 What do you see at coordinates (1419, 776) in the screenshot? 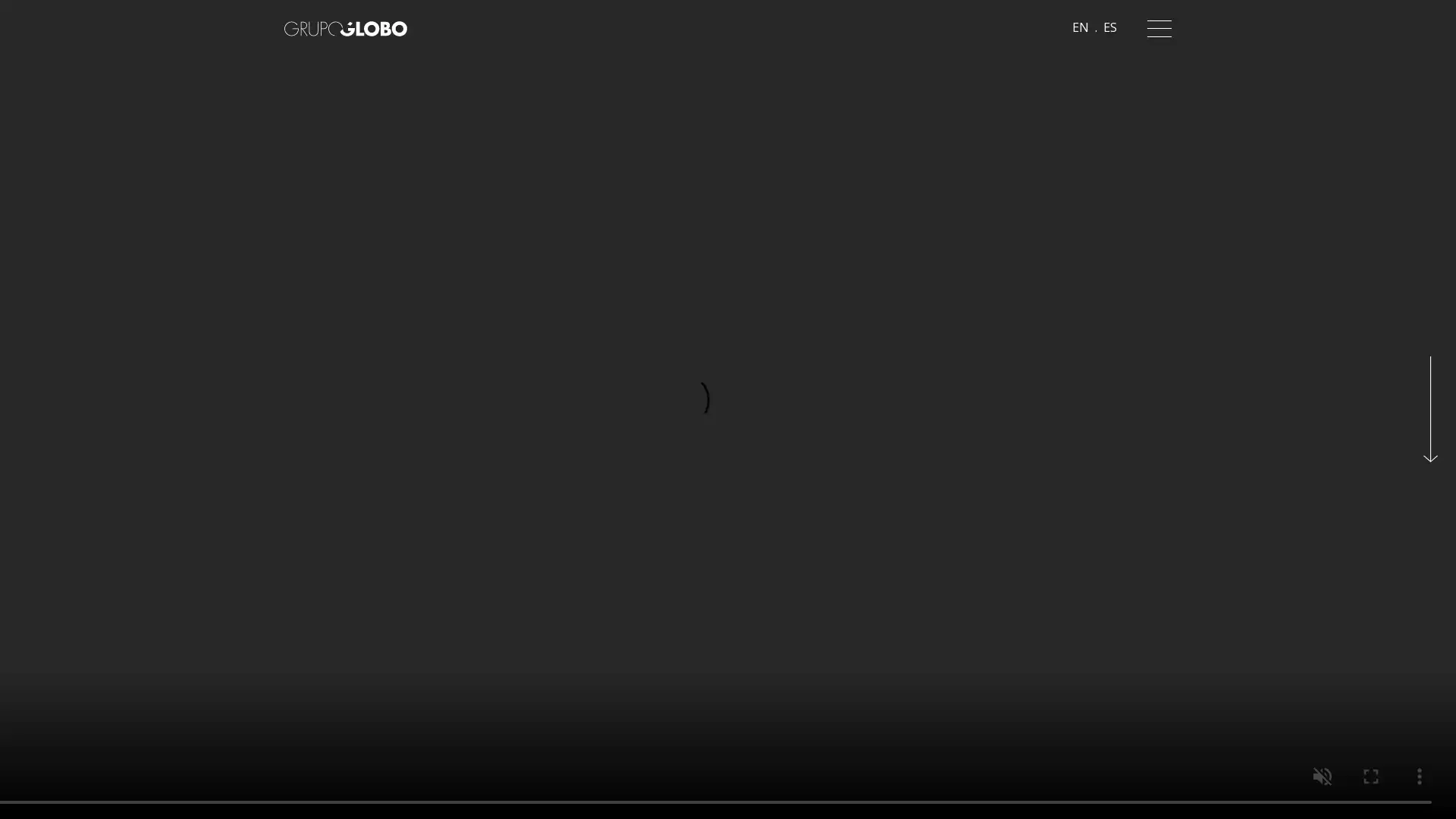
I see `show more media controls` at bounding box center [1419, 776].